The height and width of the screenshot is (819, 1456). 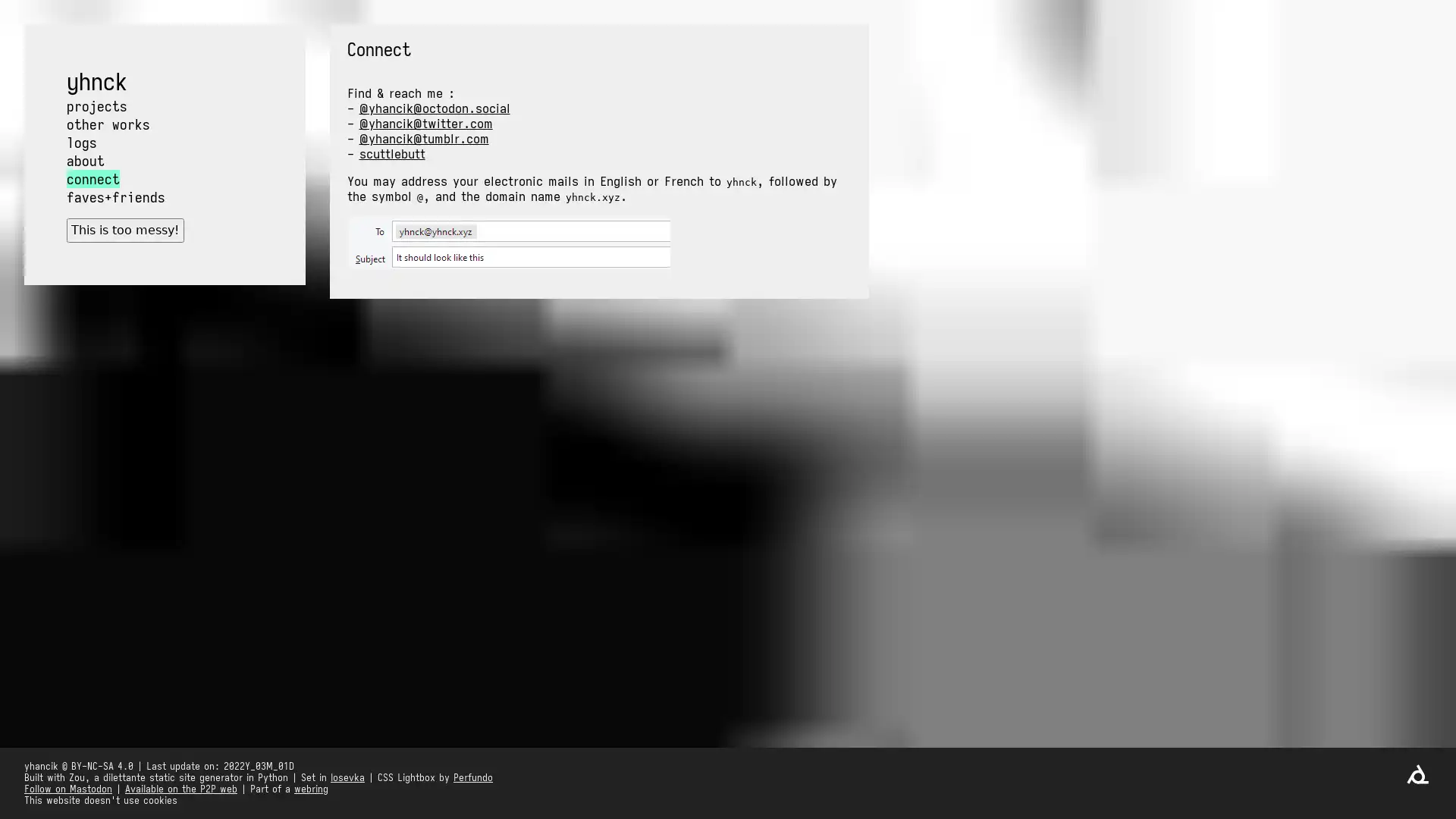 What do you see at coordinates (124, 230) in the screenshot?
I see `This is too messy!` at bounding box center [124, 230].